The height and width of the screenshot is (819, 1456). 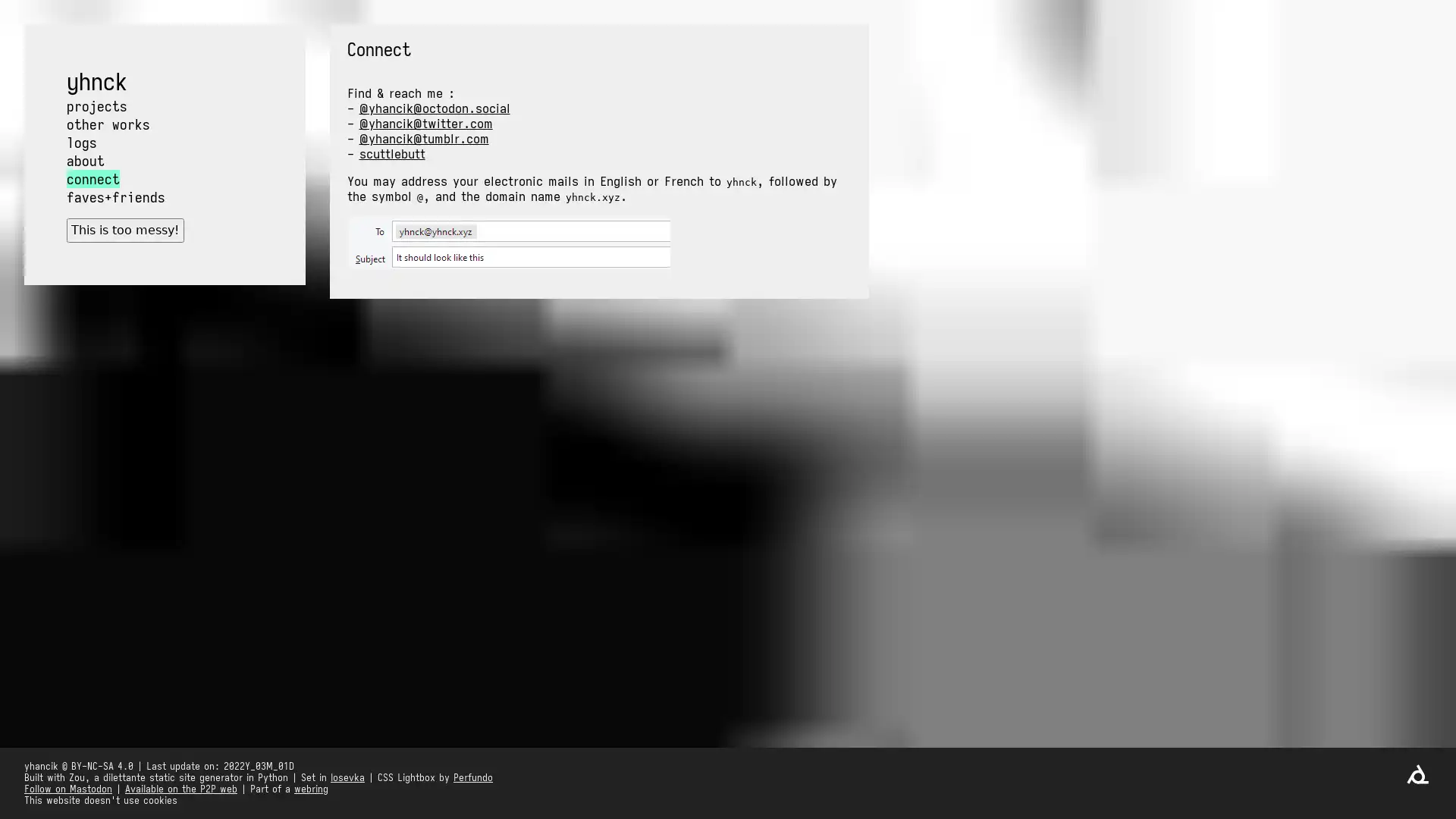 What do you see at coordinates (124, 230) in the screenshot?
I see `This is too messy!` at bounding box center [124, 230].